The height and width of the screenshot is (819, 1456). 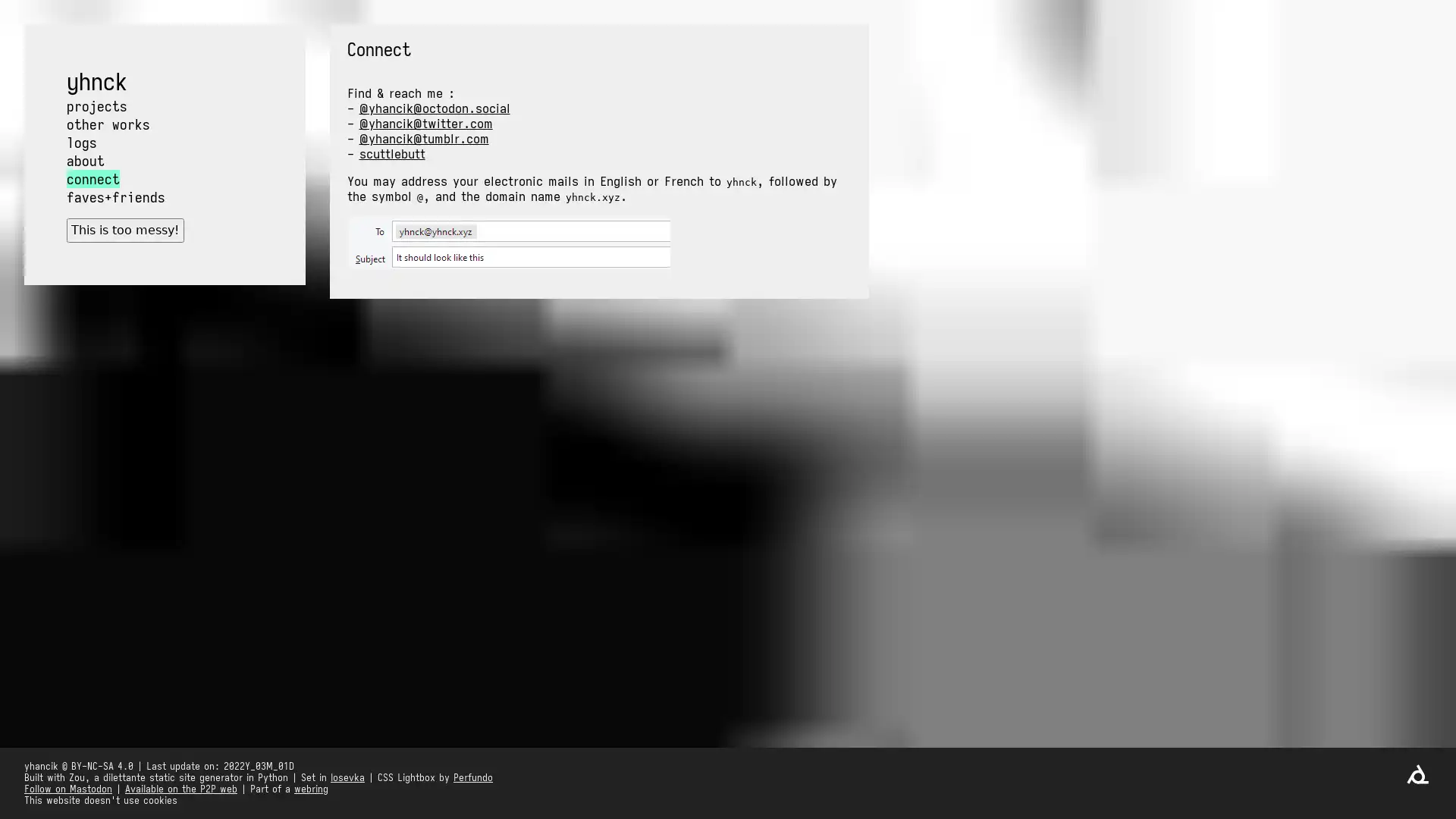 What do you see at coordinates (124, 230) in the screenshot?
I see `This is too messy!` at bounding box center [124, 230].